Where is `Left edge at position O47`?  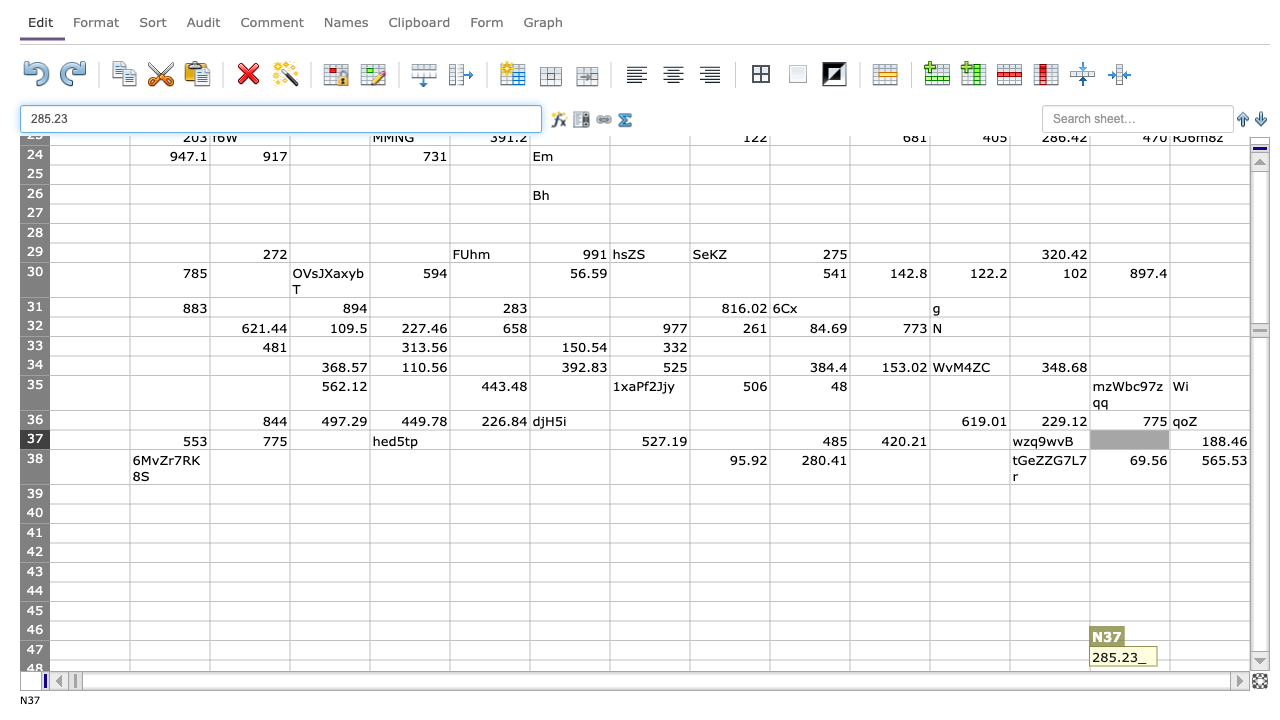
Left edge at position O47 is located at coordinates (1170, 650).